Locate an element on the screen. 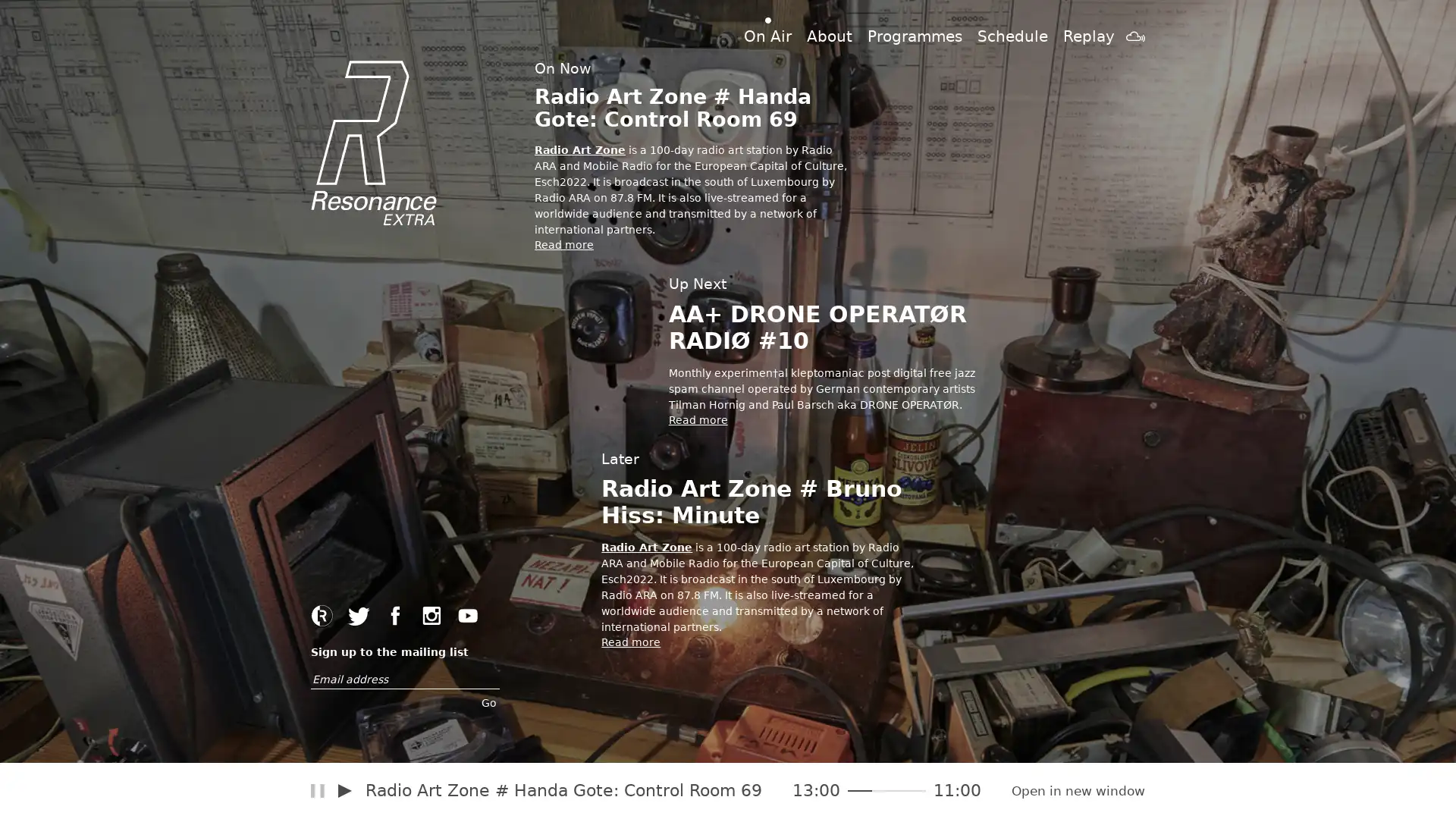 This screenshot has width=1456, height=819. Go is located at coordinates (488, 698).